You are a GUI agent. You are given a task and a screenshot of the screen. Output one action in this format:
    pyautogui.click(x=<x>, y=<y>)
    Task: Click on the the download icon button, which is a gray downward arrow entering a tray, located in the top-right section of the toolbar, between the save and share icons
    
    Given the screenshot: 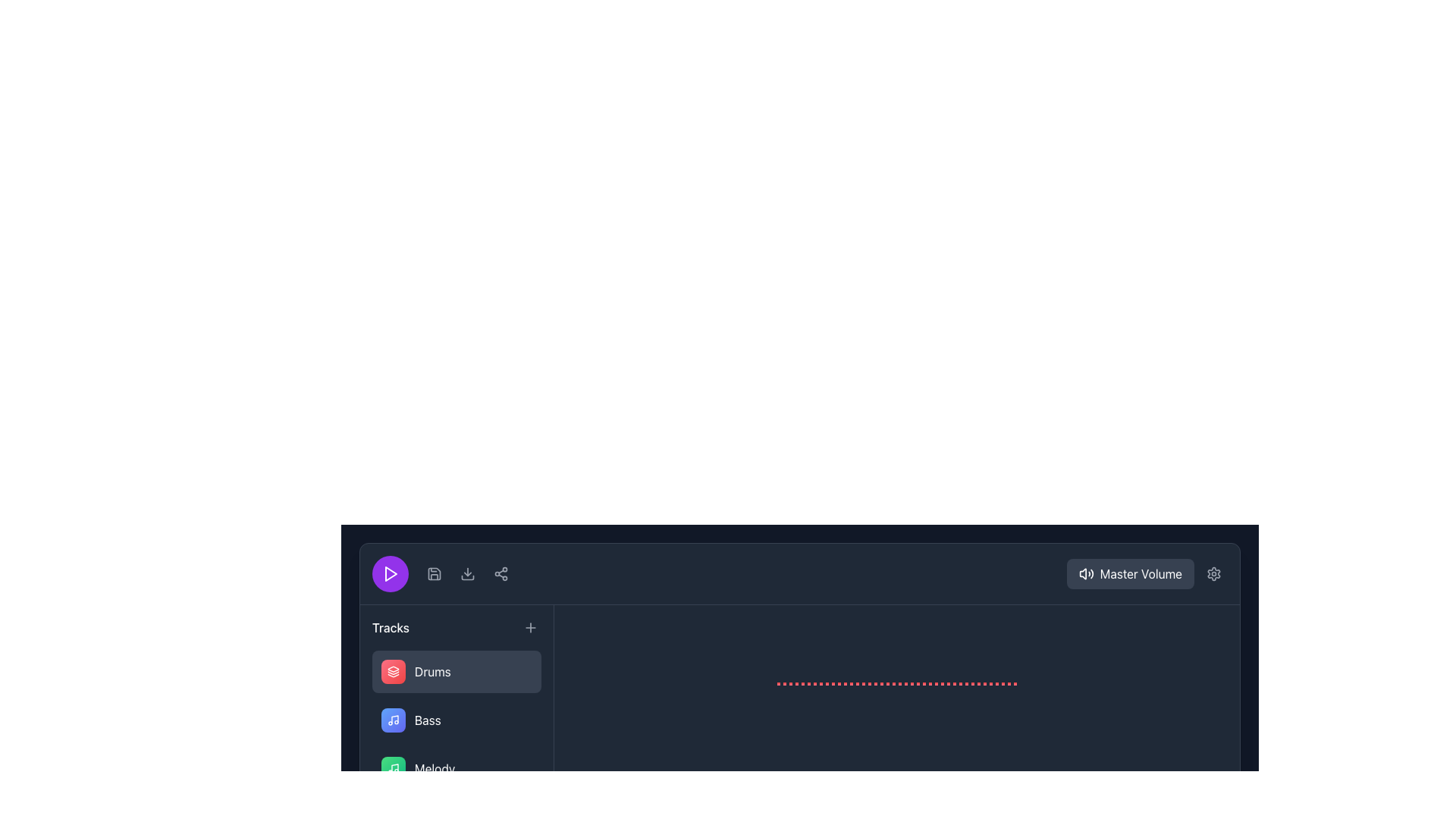 What is the action you would take?
    pyautogui.click(x=467, y=573)
    